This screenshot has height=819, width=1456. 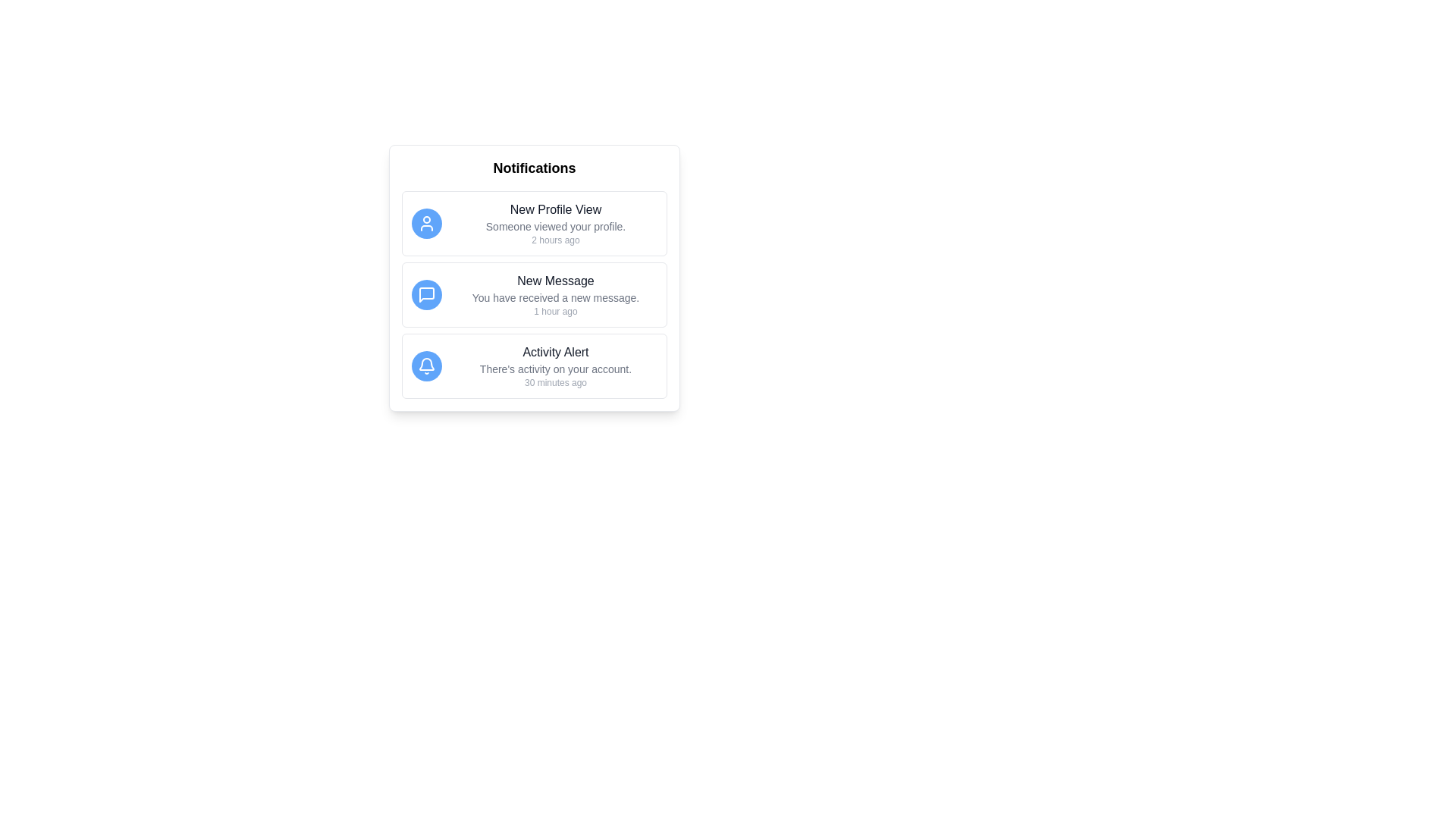 What do you see at coordinates (555, 311) in the screenshot?
I see `the text label displaying '1 hour ago' in light gray color, located at the lower right corner of the notification box titled 'New Message'` at bounding box center [555, 311].